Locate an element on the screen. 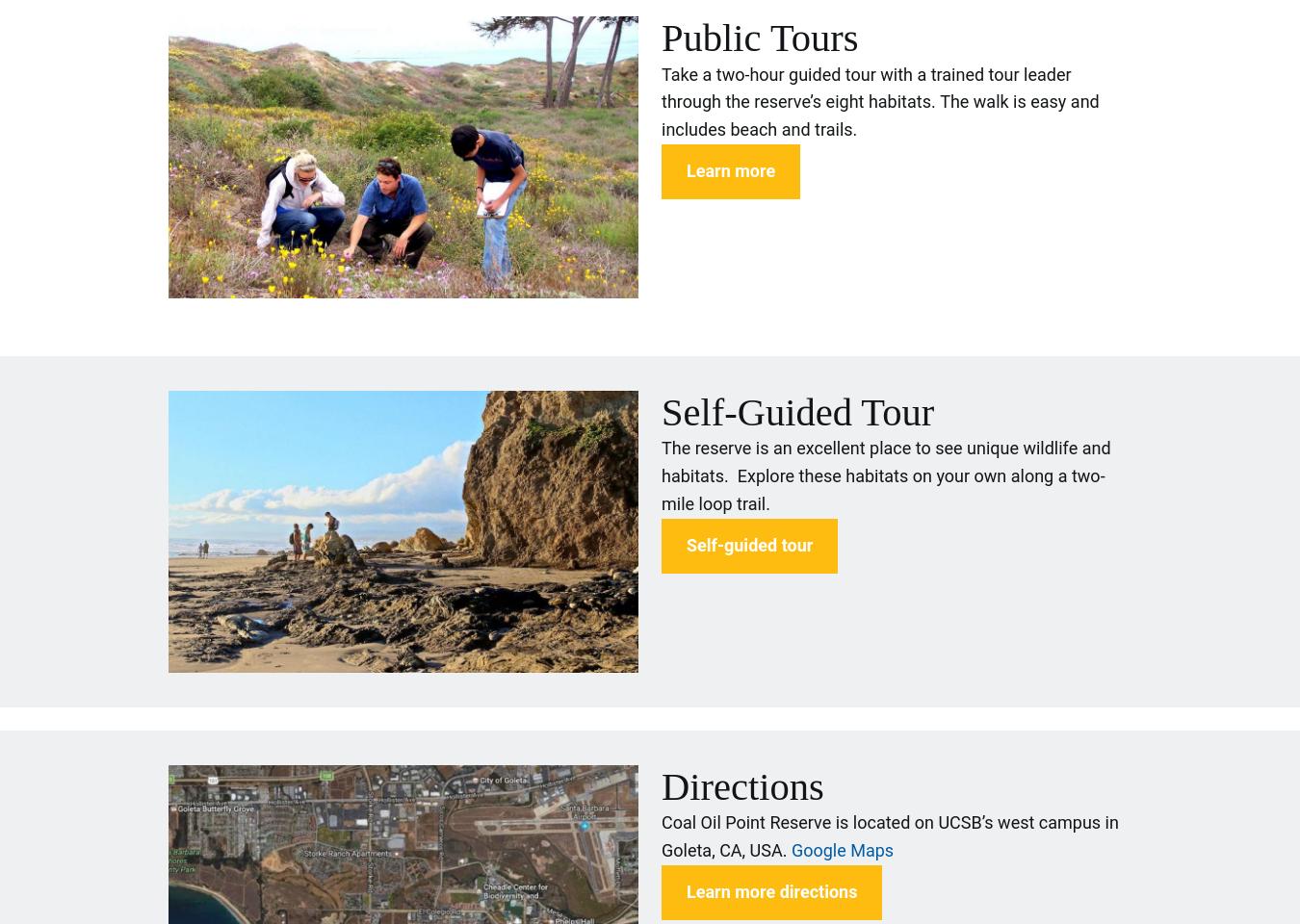 The height and width of the screenshot is (924, 1300). 'Learn more directions' is located at coordinates (770, 890).